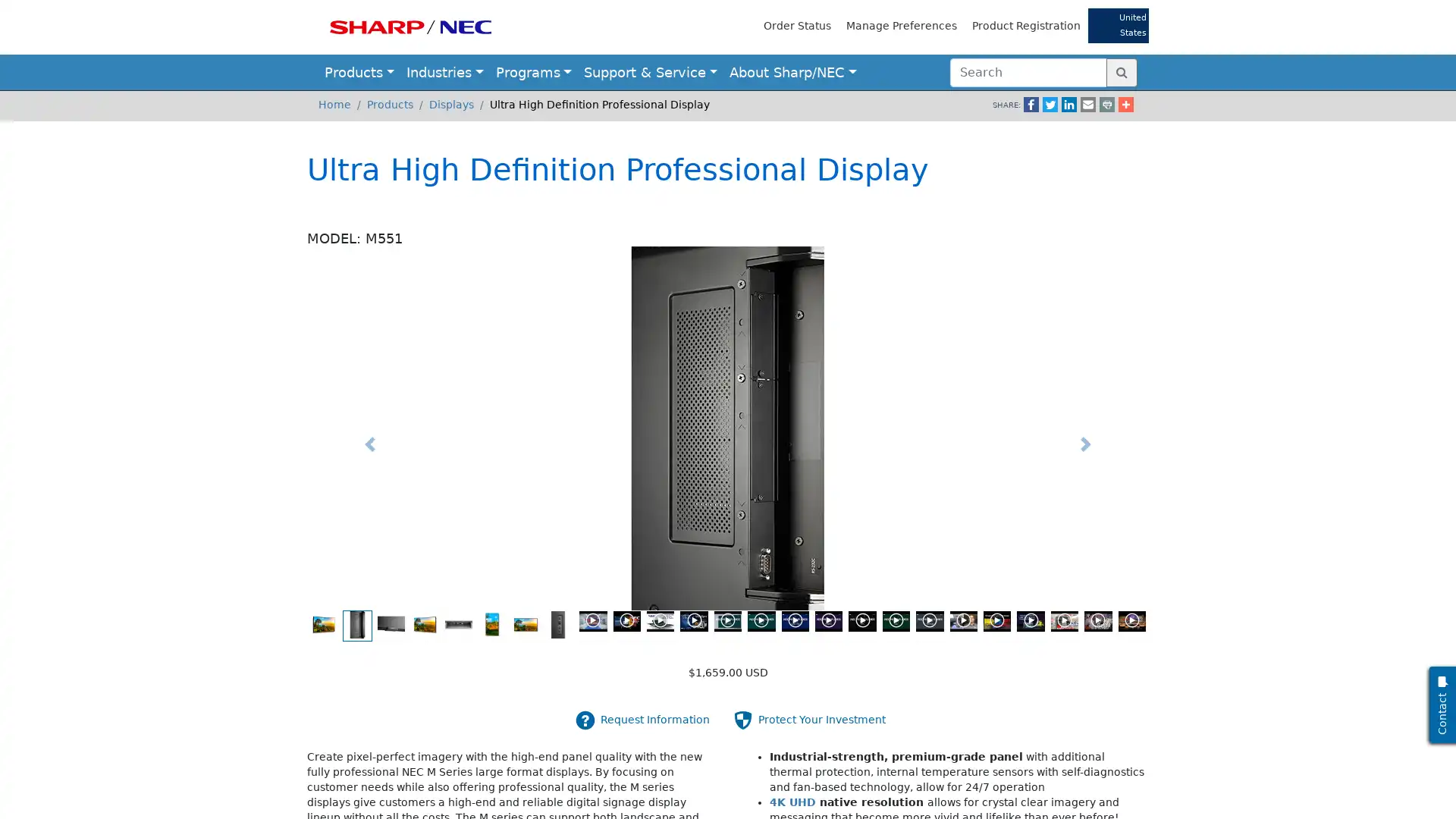  I want to click on Share to LinkedIn, so click(1046, 104).